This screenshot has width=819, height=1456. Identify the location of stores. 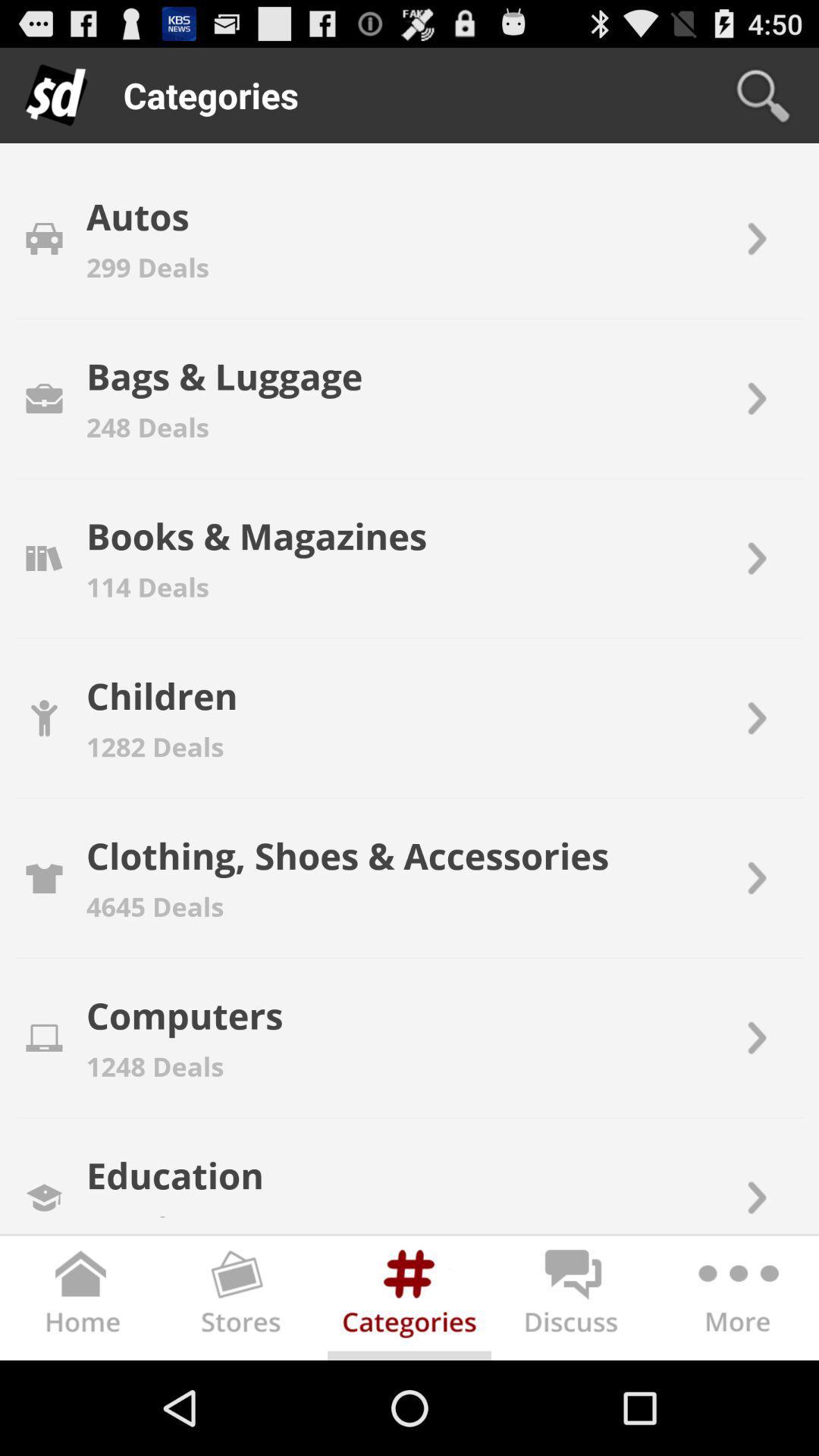
(245, 1301).